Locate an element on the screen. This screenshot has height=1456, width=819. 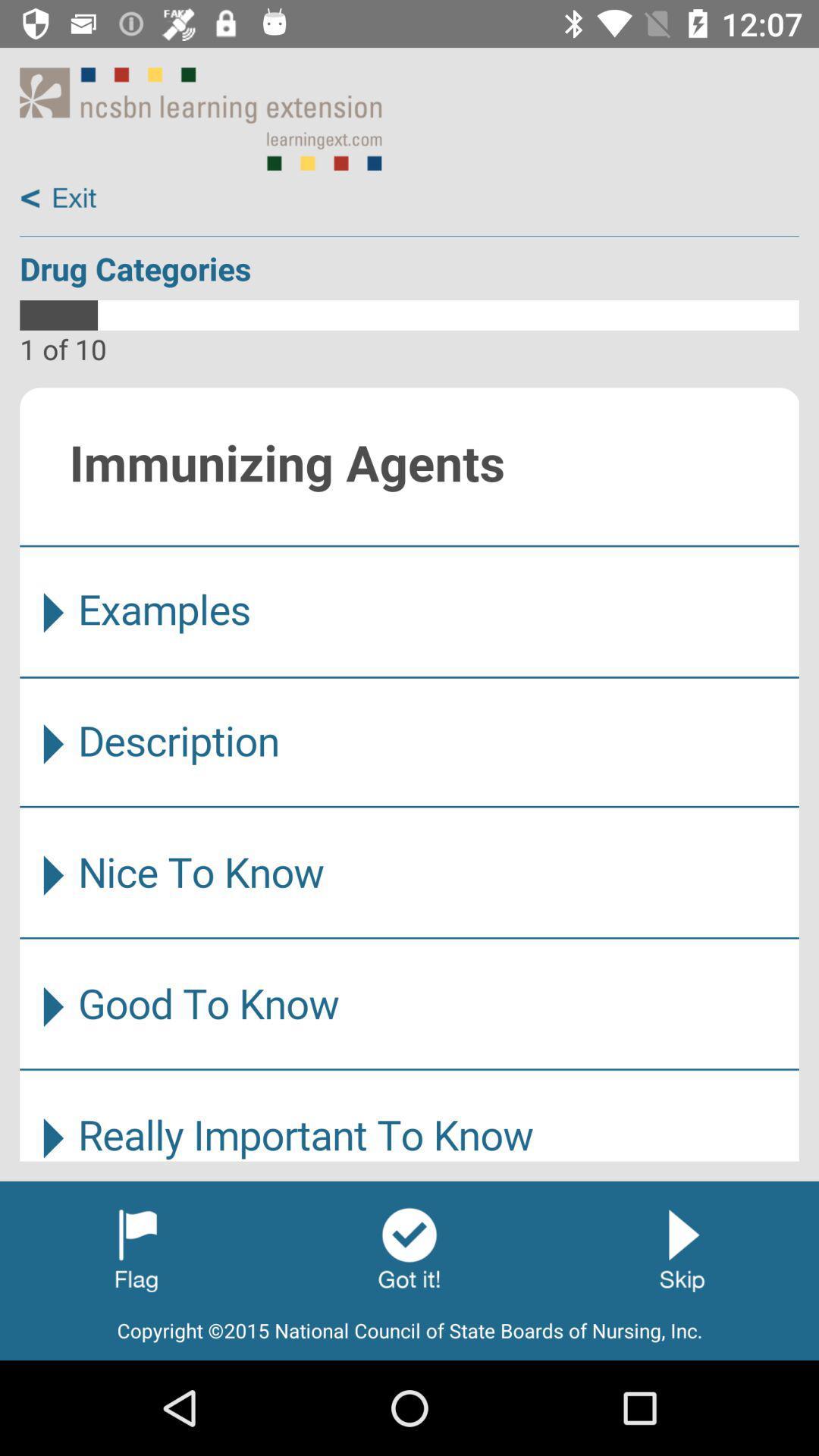
exit is located at coordinates (58, 198).